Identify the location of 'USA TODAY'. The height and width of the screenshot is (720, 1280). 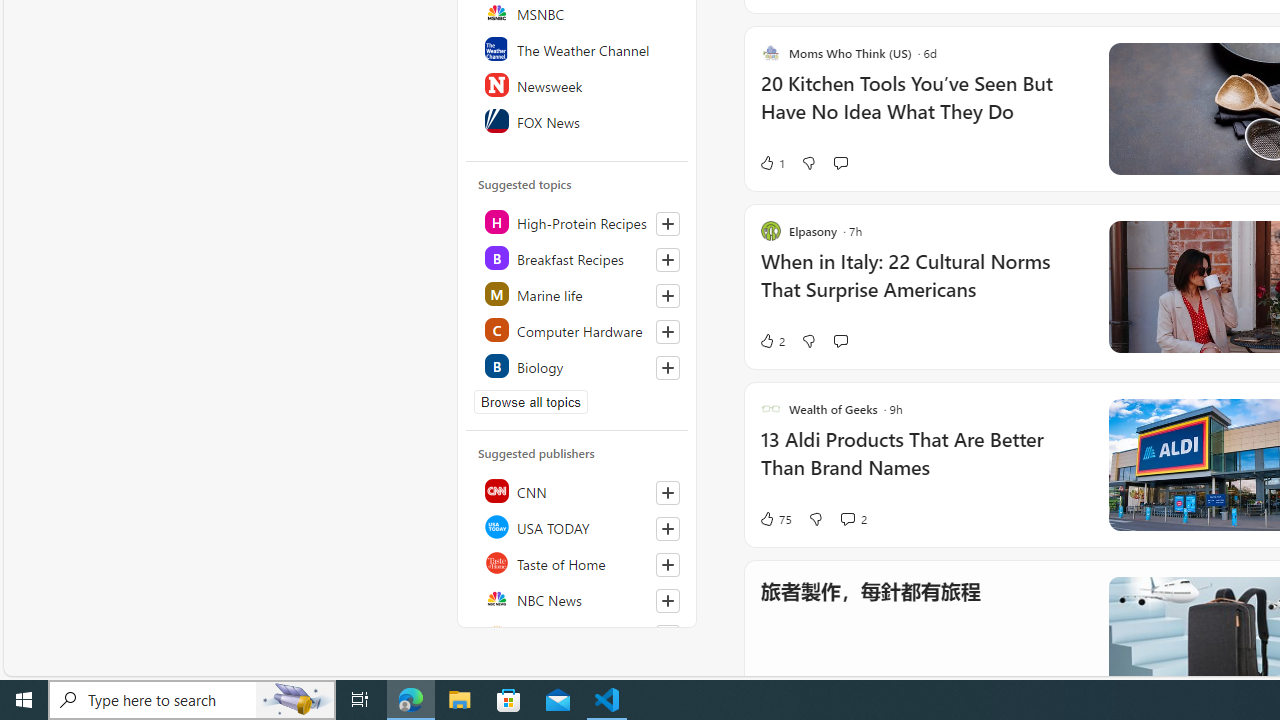
(577, 526).